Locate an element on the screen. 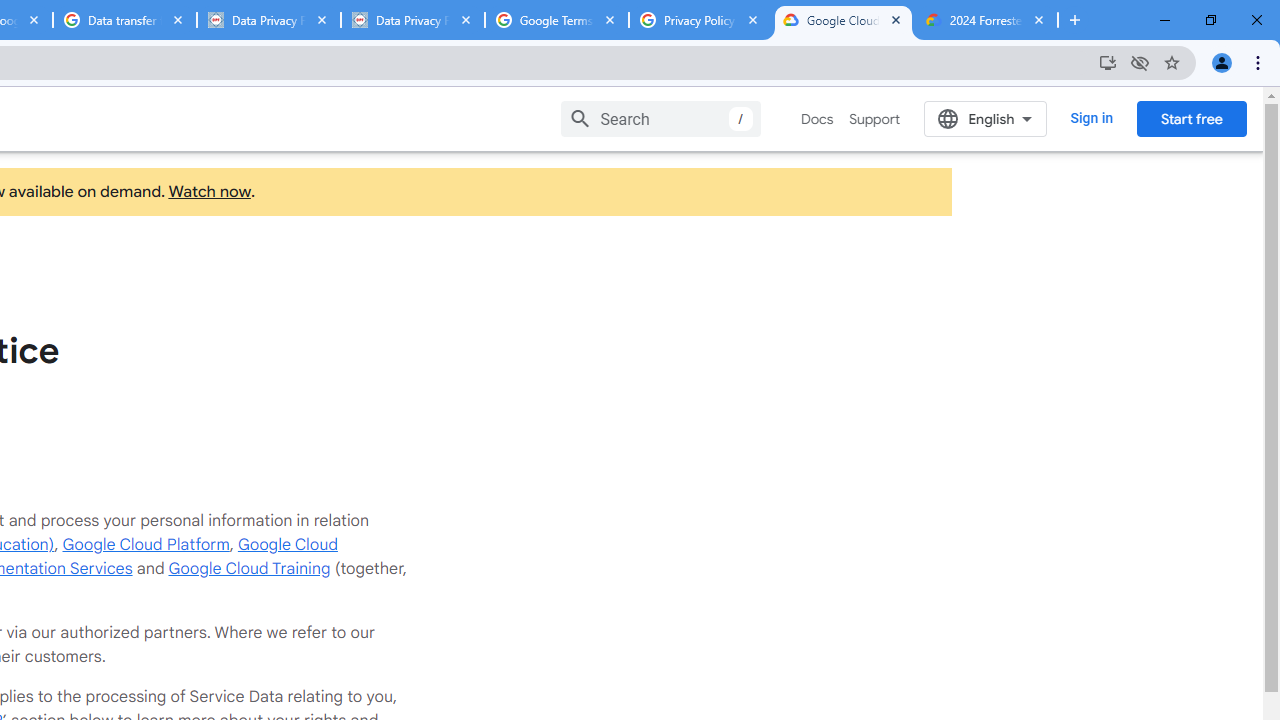 This screenshot has height=720, width=1280. 'Data Privacy Framework' is located at coordinates (411, 20).